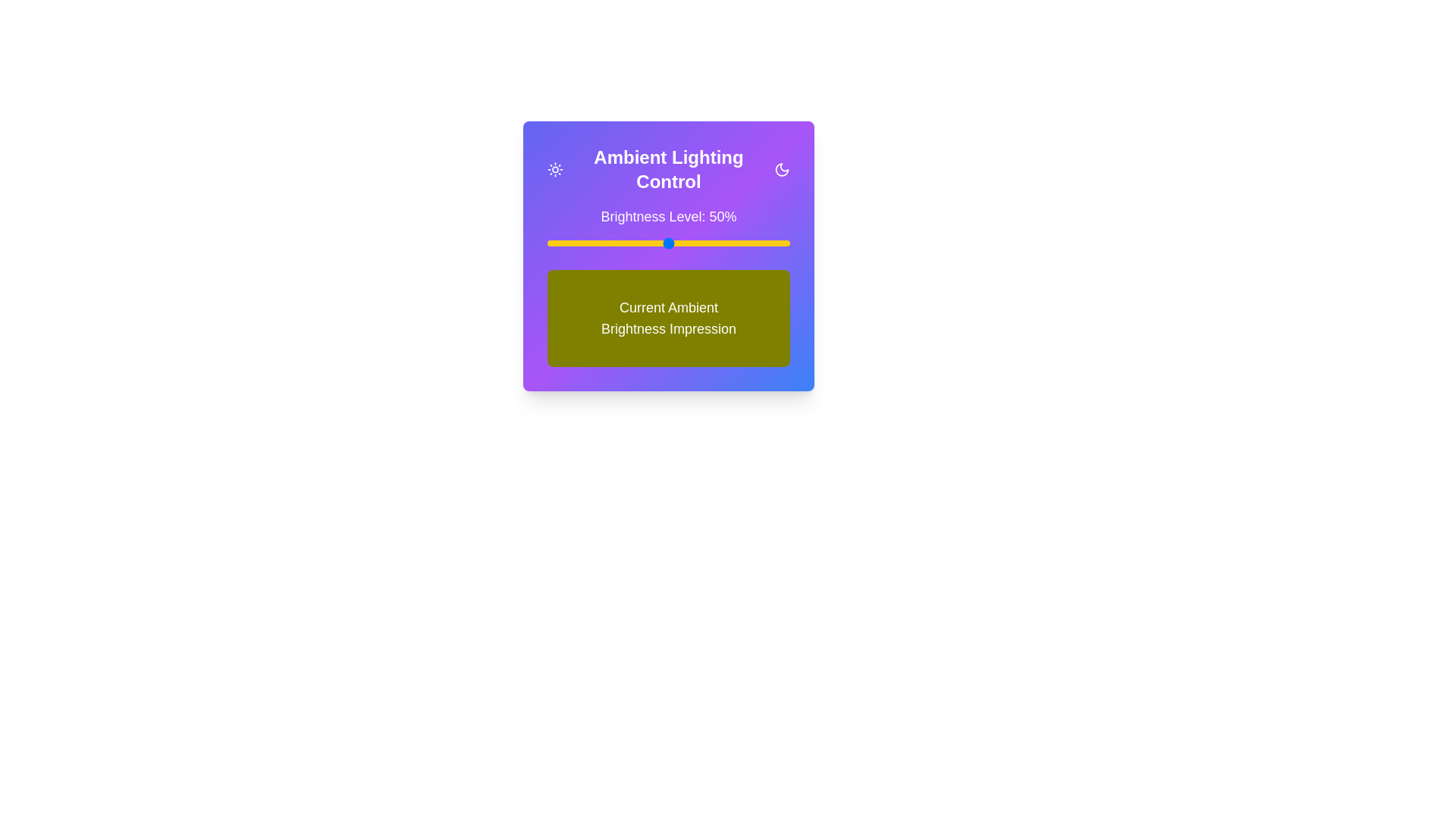  What do you see at coordinates (656, 242) in the screenshot?
I see `the brightness level to 45% by moving the slider` at bounding box center [656, 242].